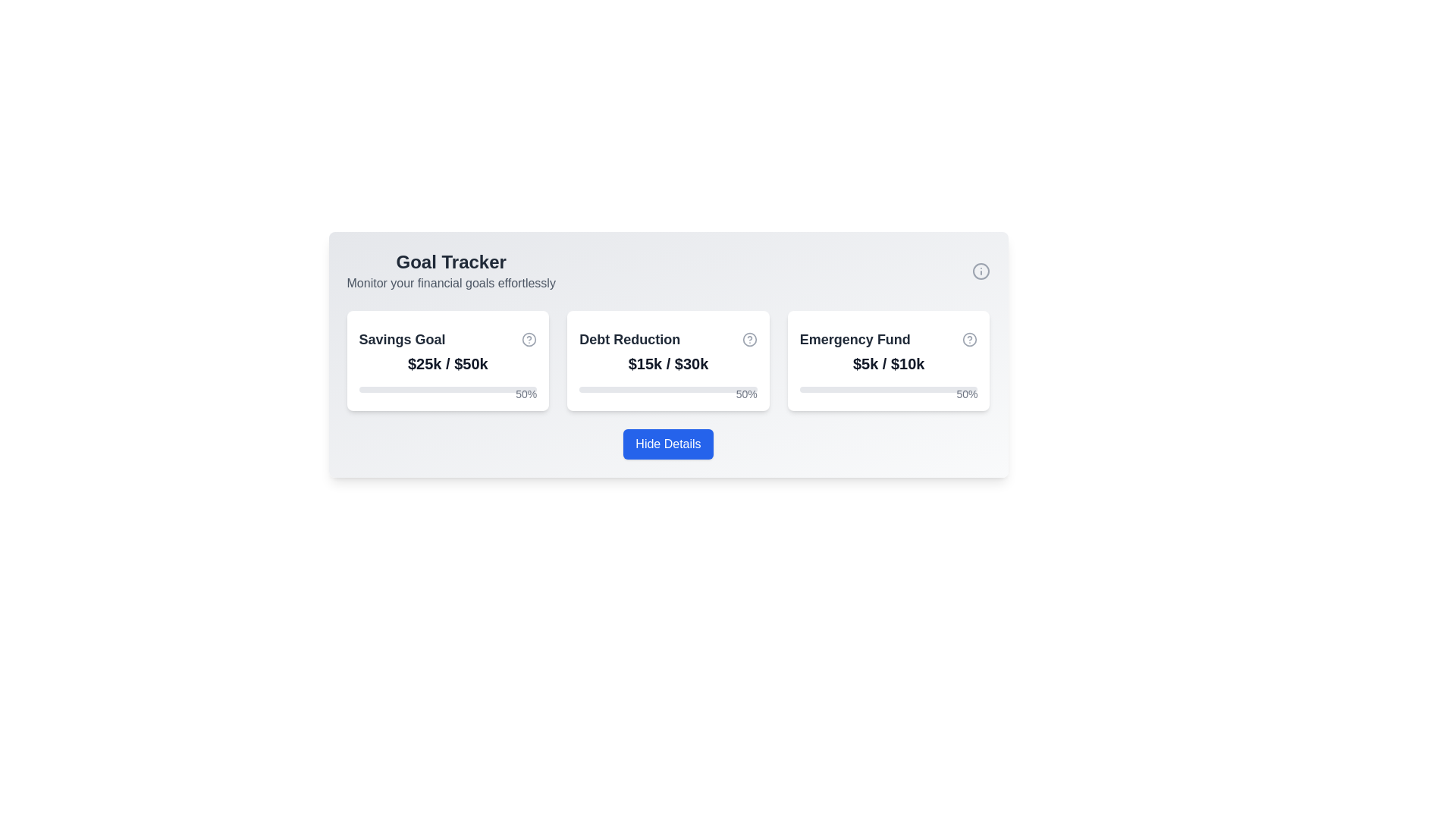 This screenshot has width=1456, height=819. Describe the element at coordinates (855, 338) in the screenshot. I see `'Emergency Fund' text label displayed in bold, medium-sized font and dark gray color, prominently positioned in the upper region of its card` at that location.